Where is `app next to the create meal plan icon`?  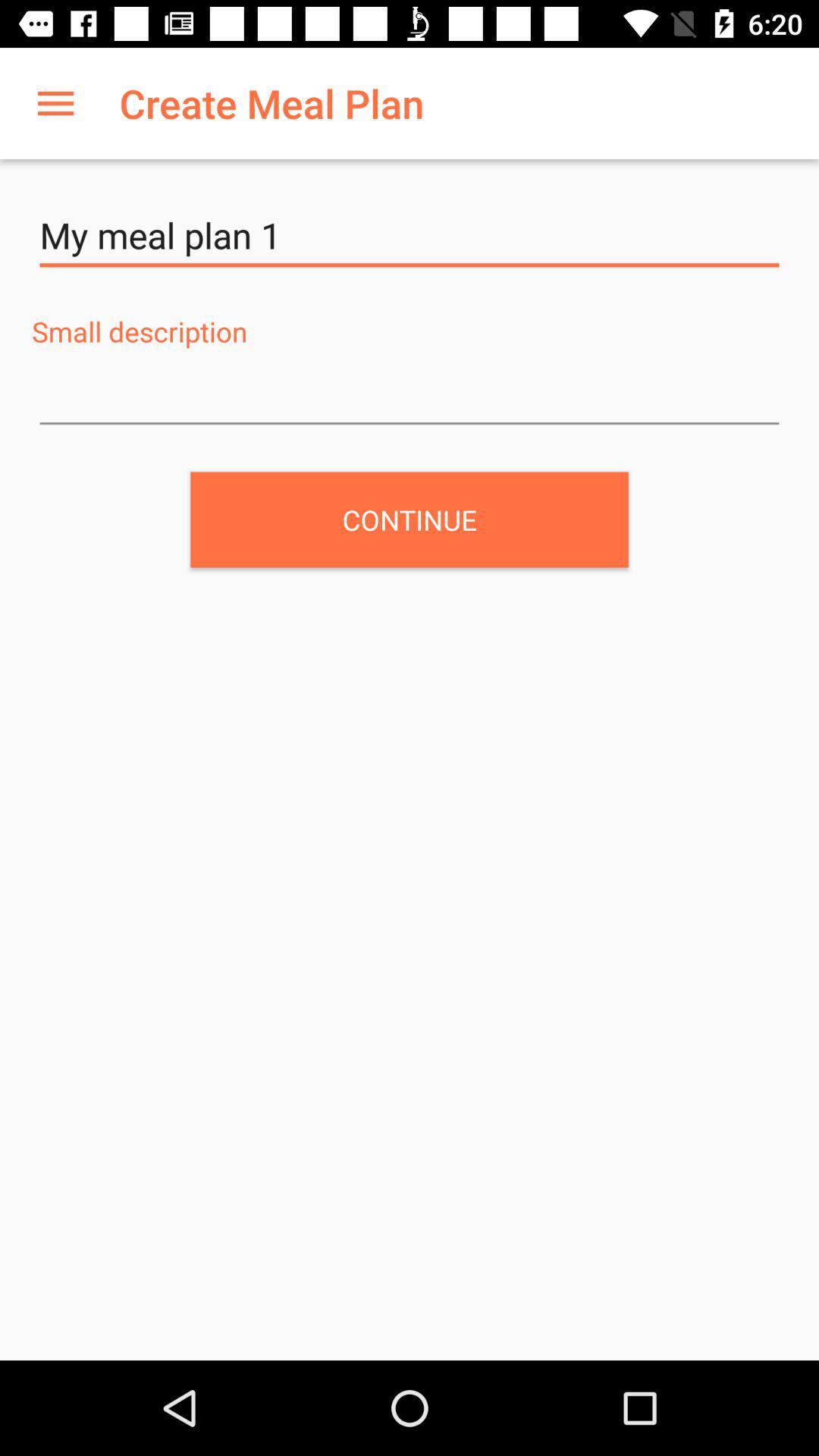
app next to the create meal plan icon is located at coordinates (55, 102).